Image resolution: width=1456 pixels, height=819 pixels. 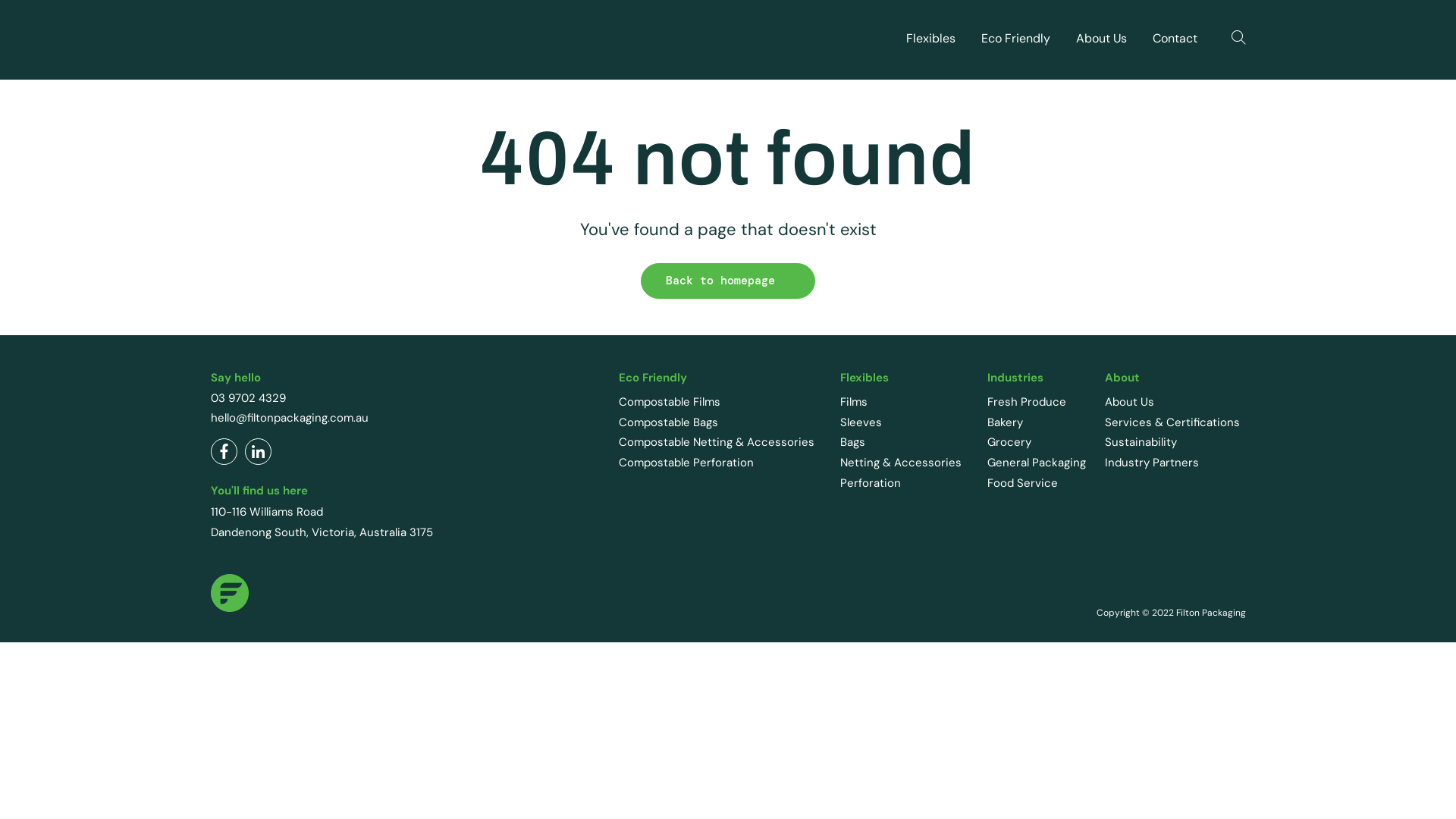 I want to click on '03 9702 4329', so click(x=248, y=397).